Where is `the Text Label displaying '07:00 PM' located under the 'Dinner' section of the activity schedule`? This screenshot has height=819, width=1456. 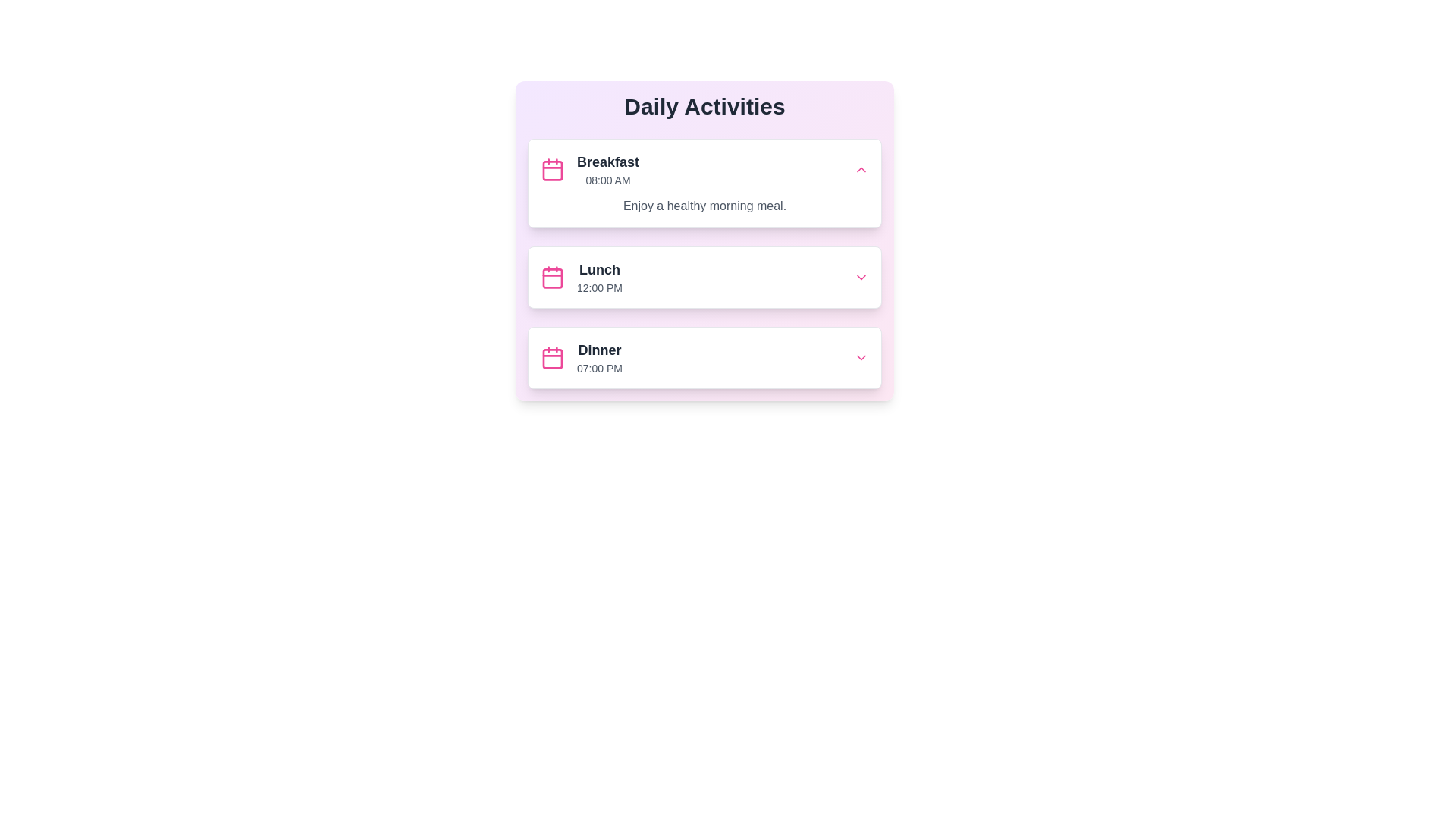 the Text Label displaying '07:00 PM' located under the 'Dinner' section of the activity schedule is located at coordinates (599, 369).